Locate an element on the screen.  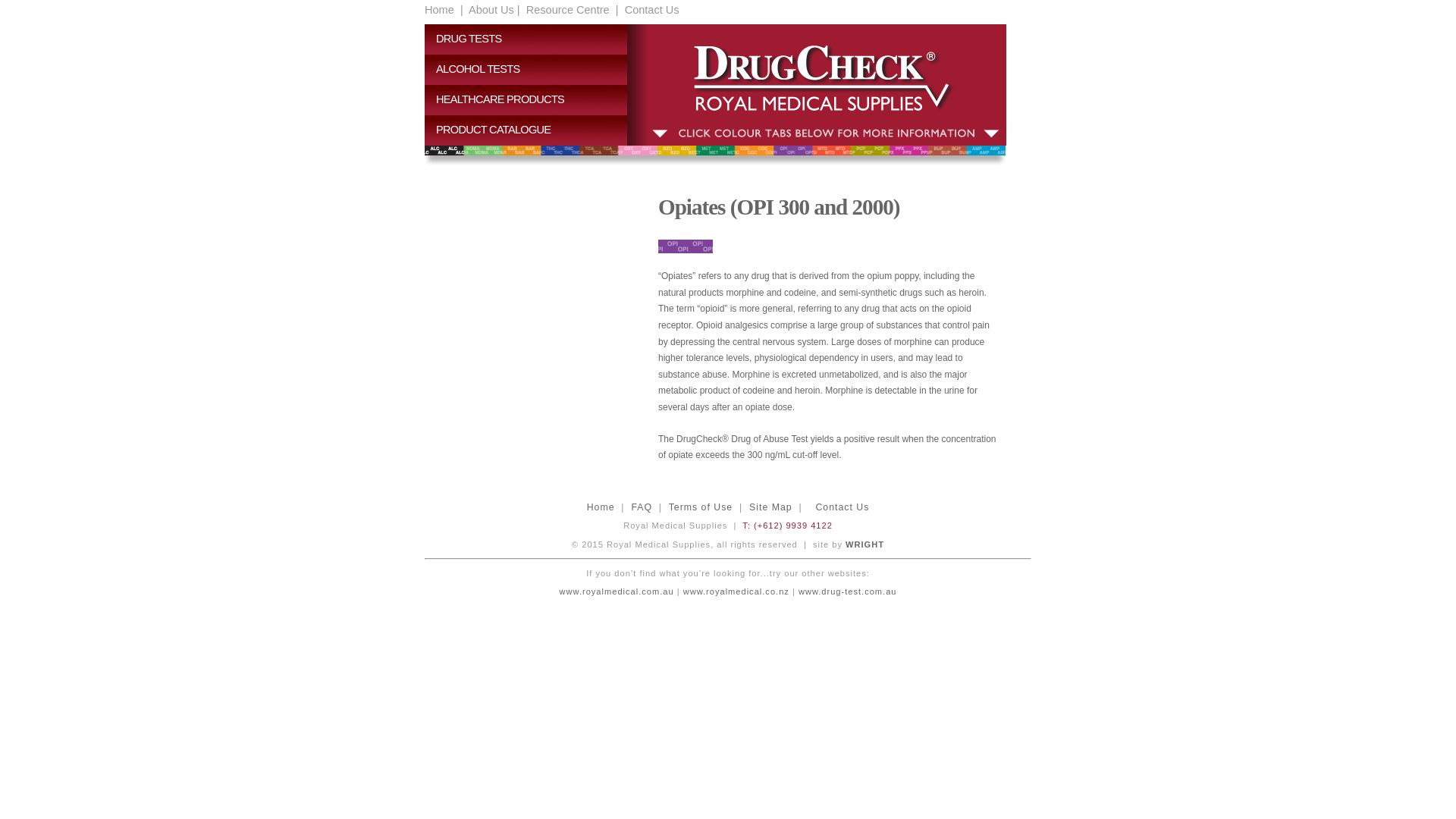
'Home' is located at coordinates (600, 507).